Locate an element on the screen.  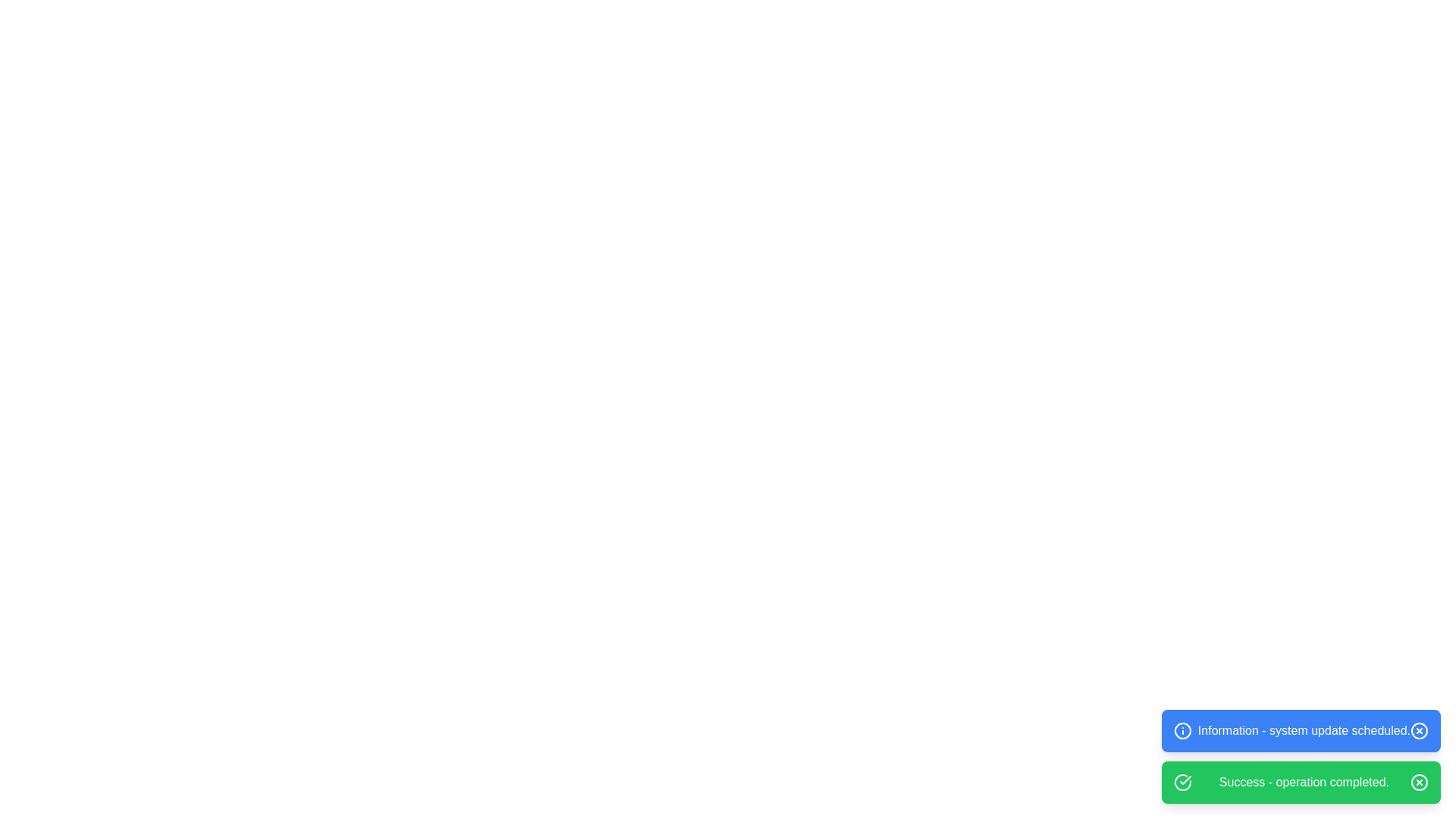
the circular icon located in the blue notification bar, which is positioned to the left of the text 'Information - system update scheduled.' is located at coordinates (1181, 730).